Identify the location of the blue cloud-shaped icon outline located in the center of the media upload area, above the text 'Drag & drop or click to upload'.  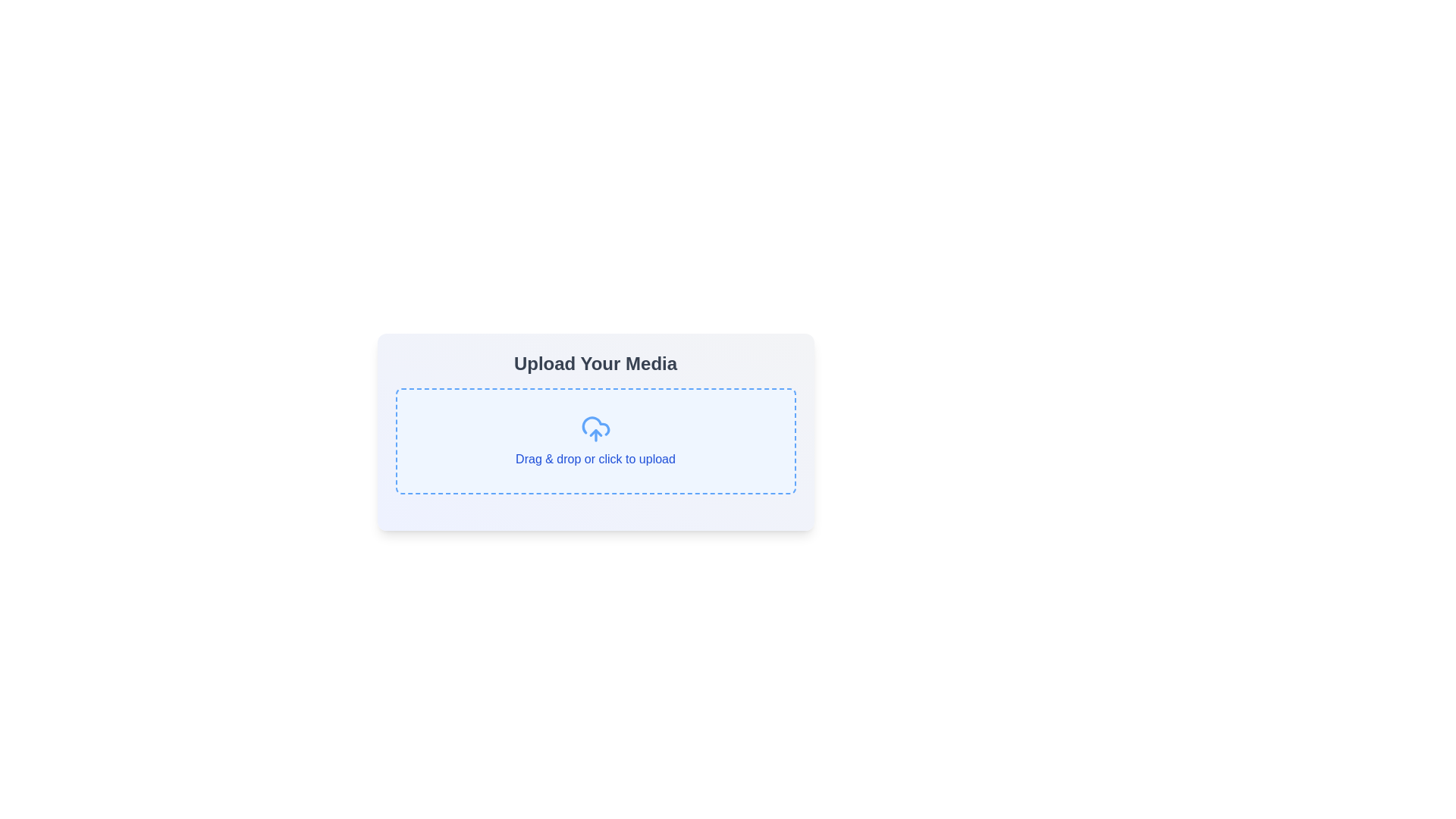
(595, 426).